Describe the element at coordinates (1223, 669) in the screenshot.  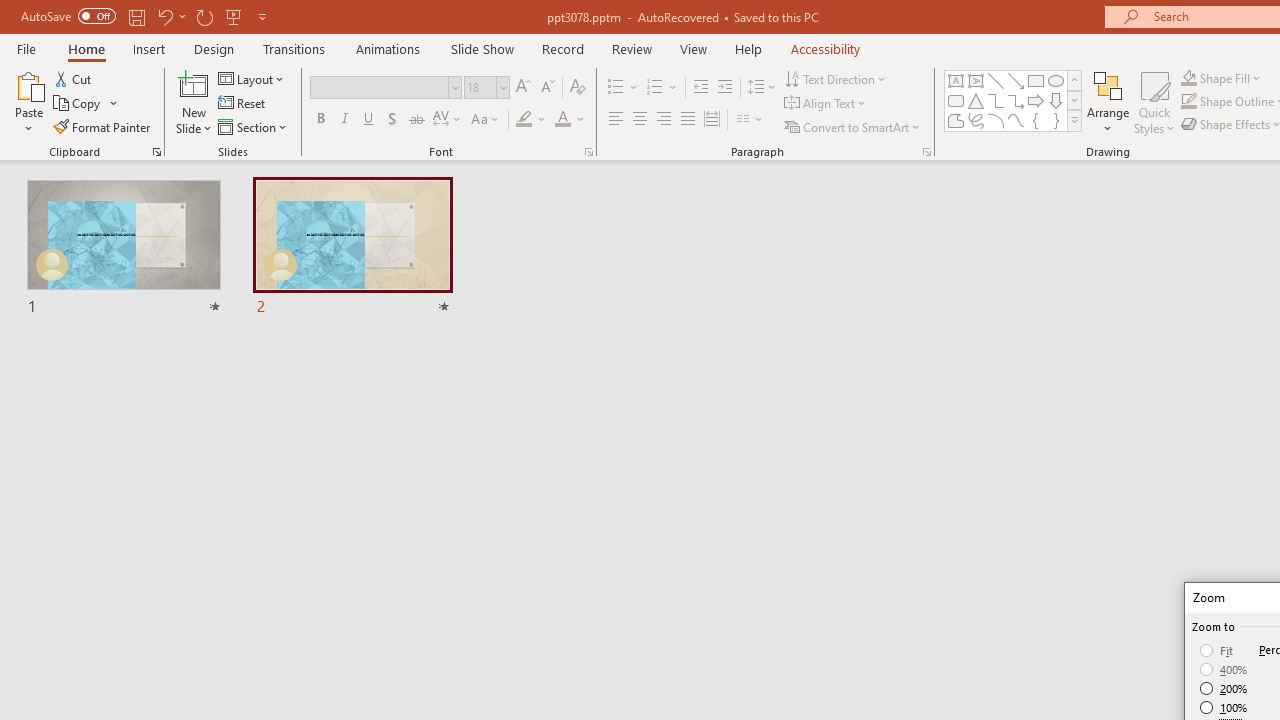
I see `'400%'` at that location.